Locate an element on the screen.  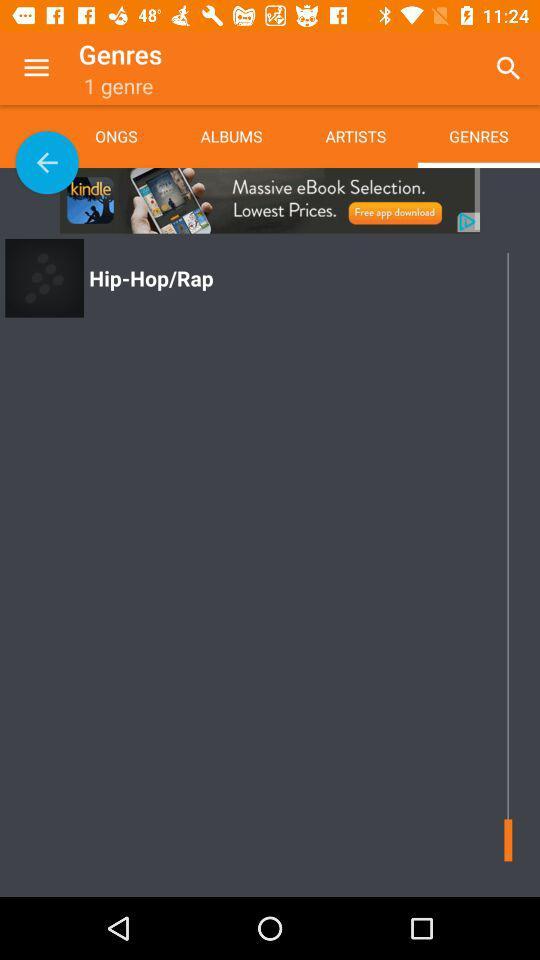
link to web page is located at coordinates (270, 200).